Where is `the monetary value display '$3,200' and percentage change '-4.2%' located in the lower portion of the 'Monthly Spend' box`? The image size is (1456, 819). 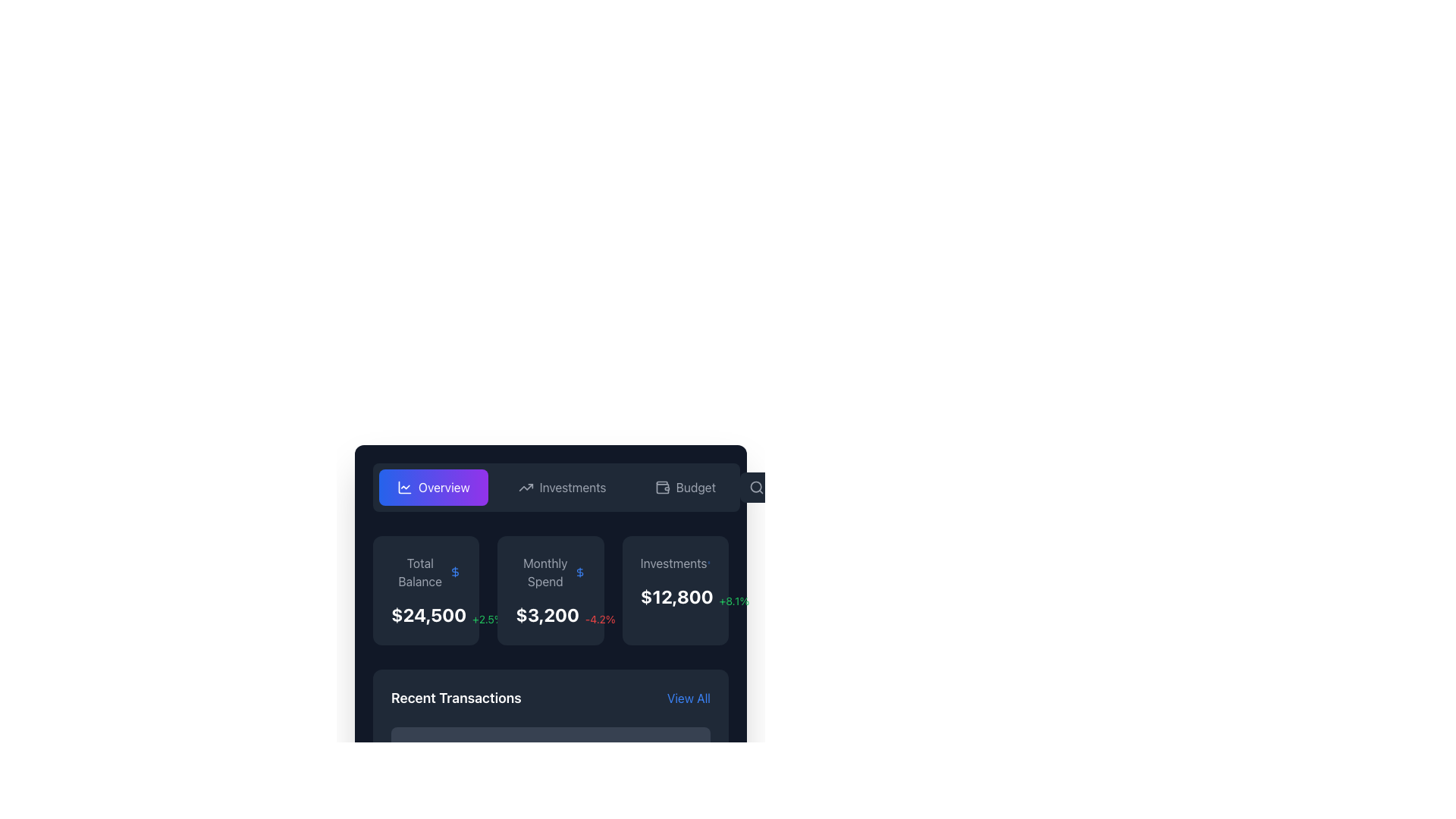 the monetary value display '$3,200' and percentage change '-4.2%' located in the lower portion of the 'Monthly Spend' box is located at coordinates (550, 614).